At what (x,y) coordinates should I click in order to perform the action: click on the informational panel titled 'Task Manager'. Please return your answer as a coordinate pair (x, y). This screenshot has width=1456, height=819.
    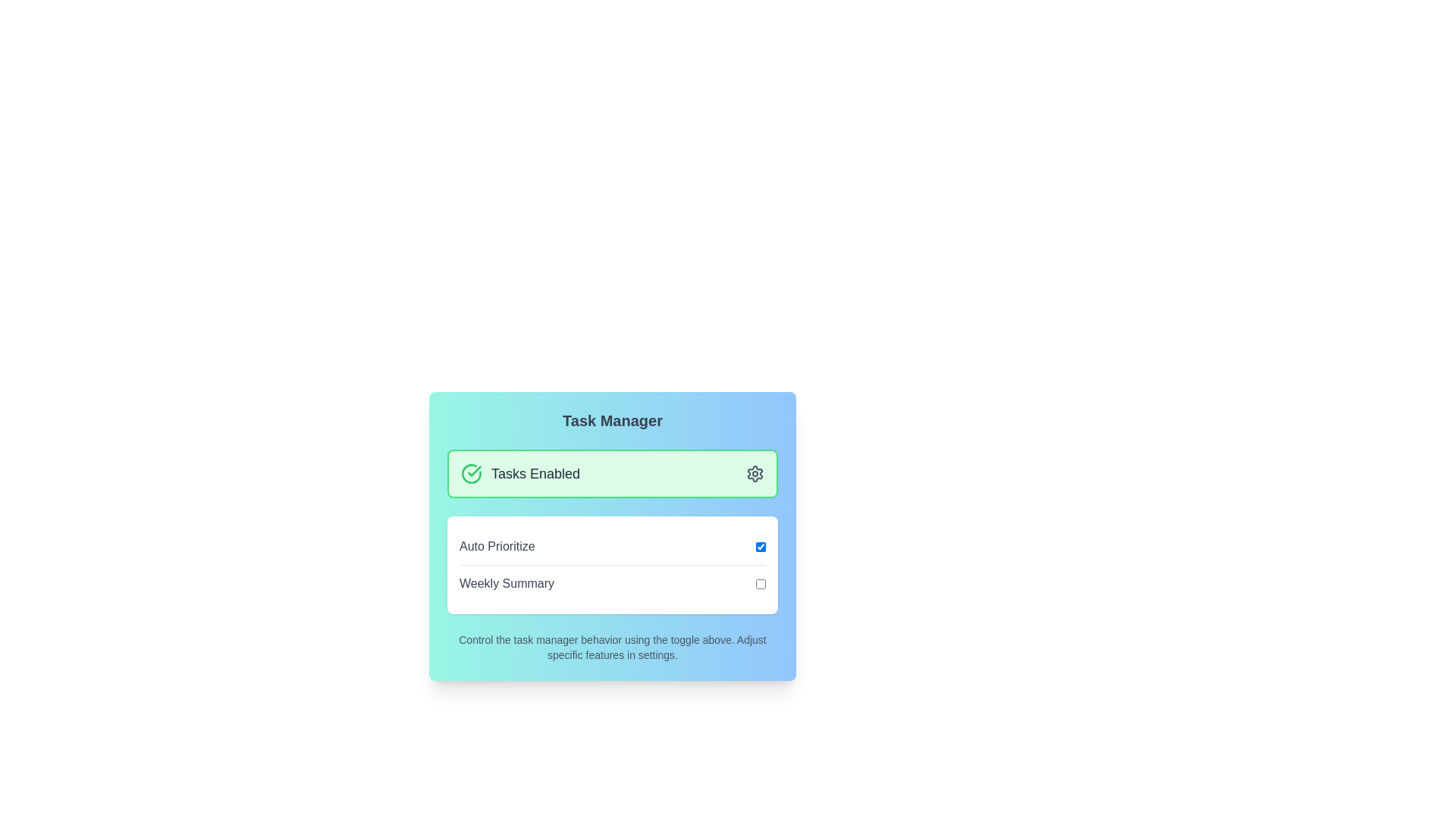
    Looking at the image, I should click on (612, 570).